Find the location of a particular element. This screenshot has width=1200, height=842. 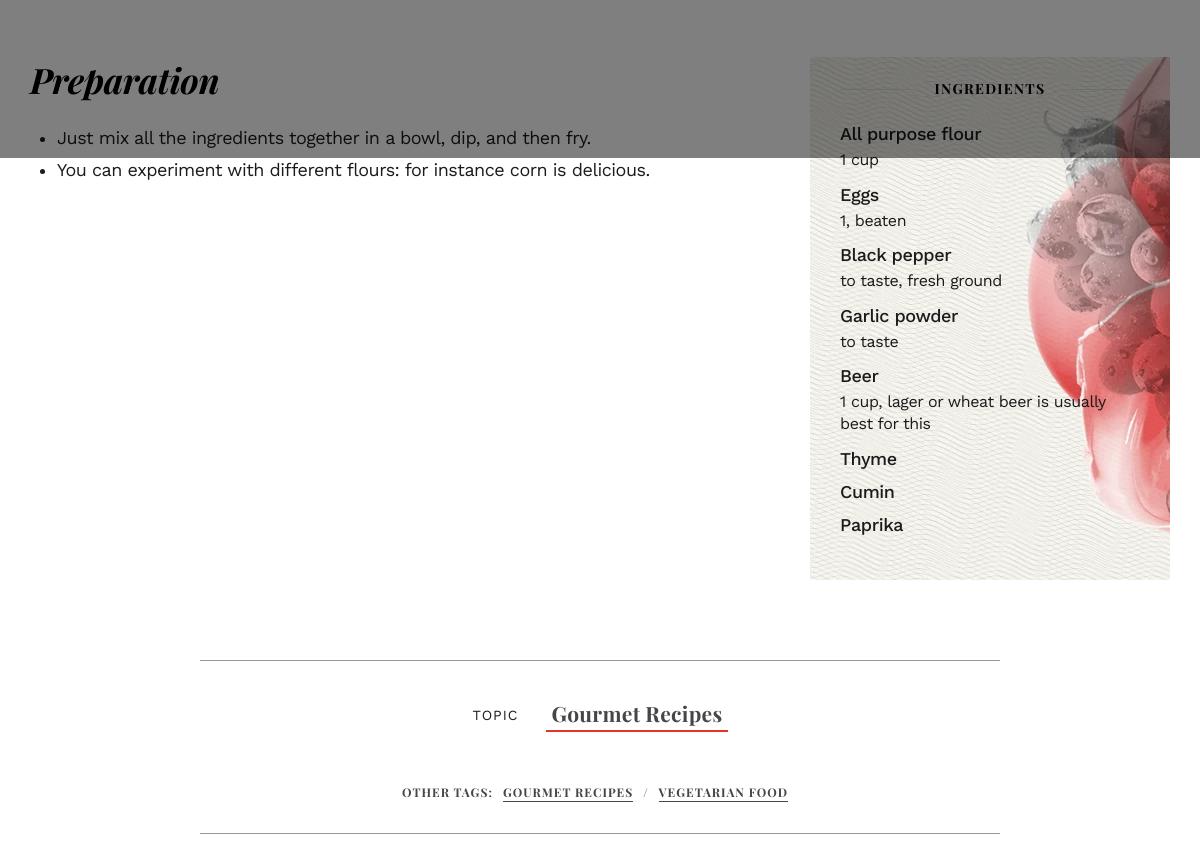

'Topic' is located at coordinates (494, 716).